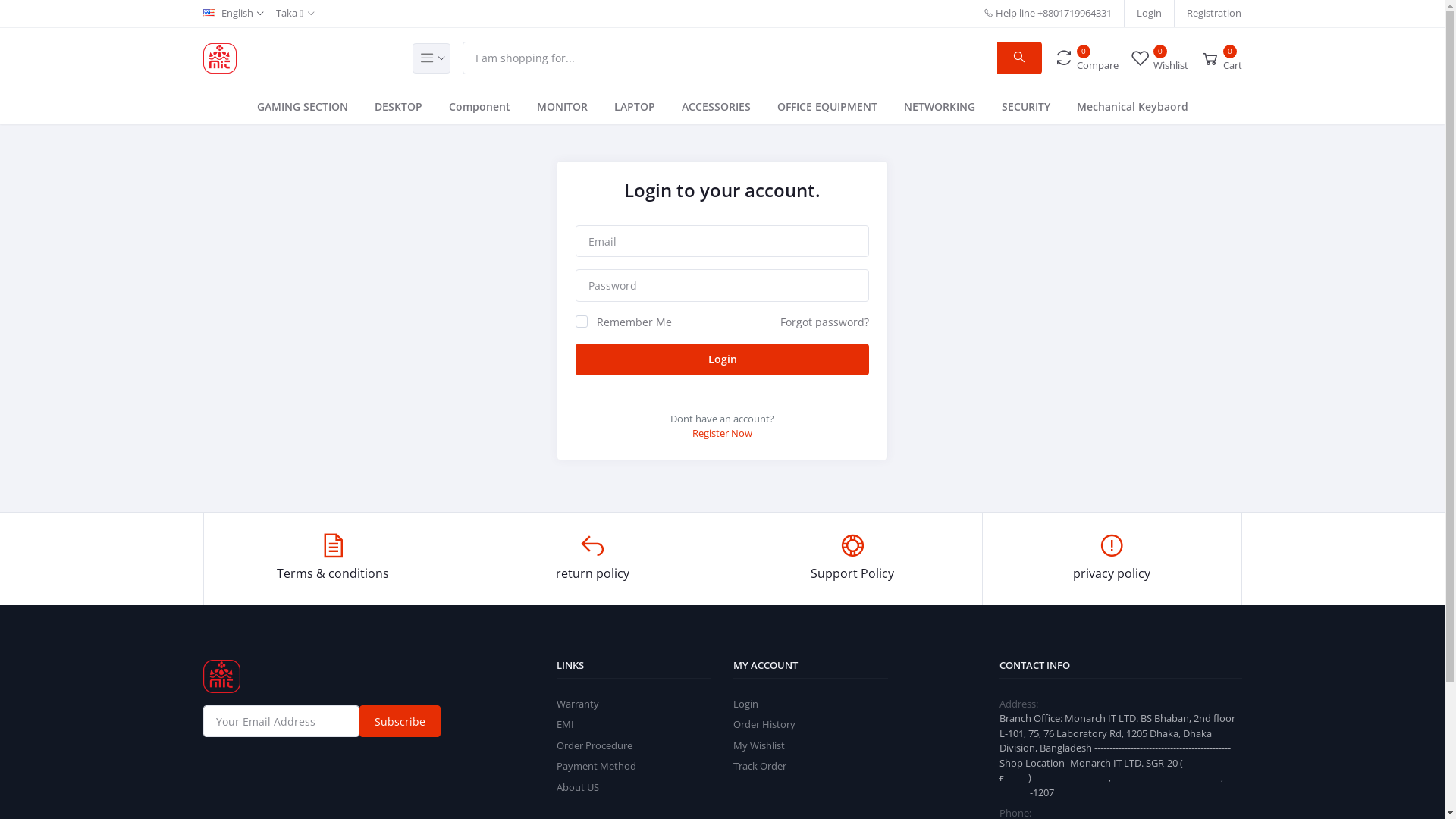 The width and height of the screenshot is (1456, 819). What do you see at coordinates (1112, 558) in the screenshot?
I see `'privacy policy'` at bounding box center [1112, 558].